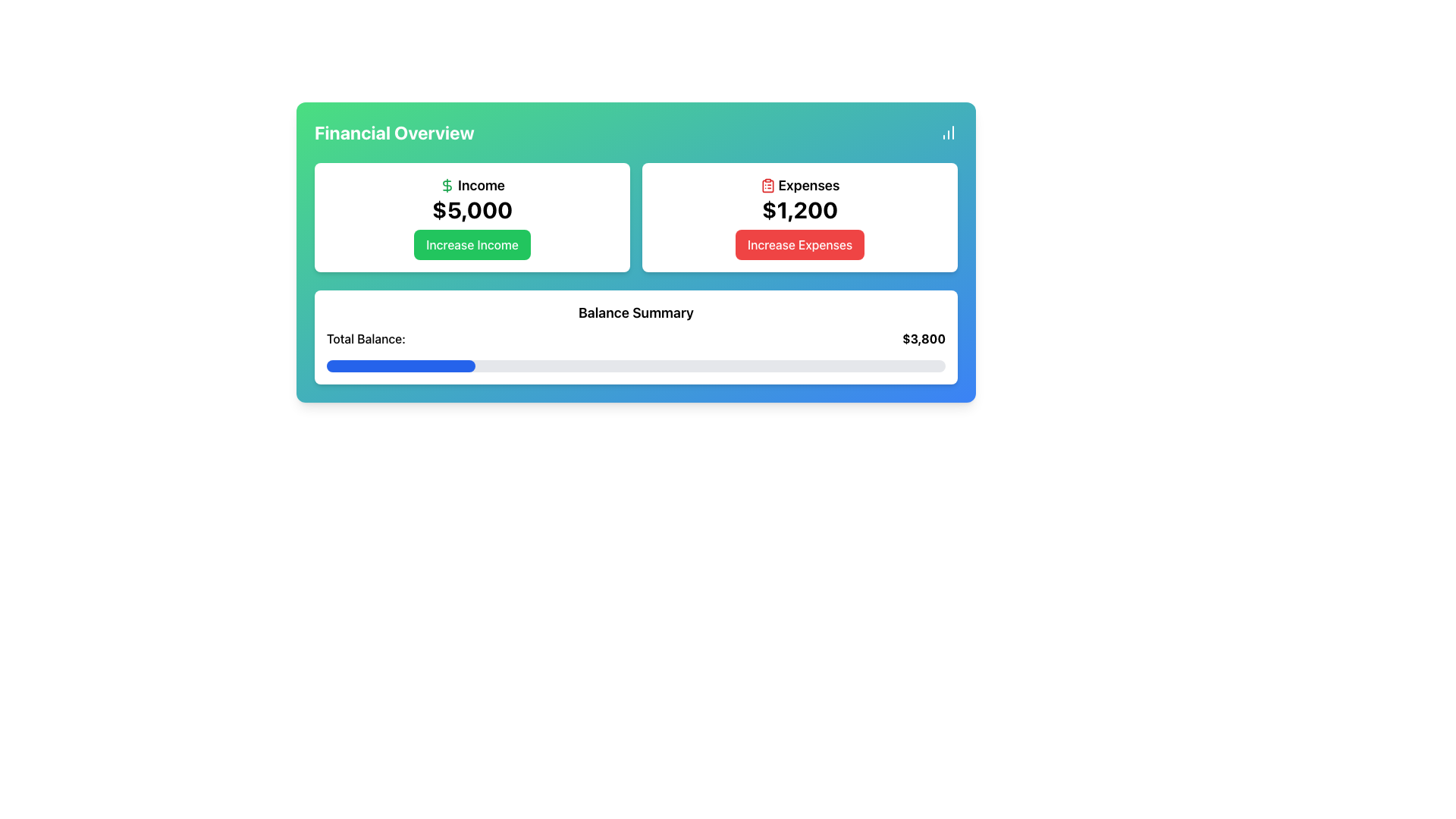 The image size is (1456, 819). What do you see at coordinates (472, 210) in the screenshot?
I see `the static text displaying the value '$5,000' which is a large, bold label positioned within a white card, located below the 'Income' label and above the 'Increase Income' button` at bounding box center [472, 210].